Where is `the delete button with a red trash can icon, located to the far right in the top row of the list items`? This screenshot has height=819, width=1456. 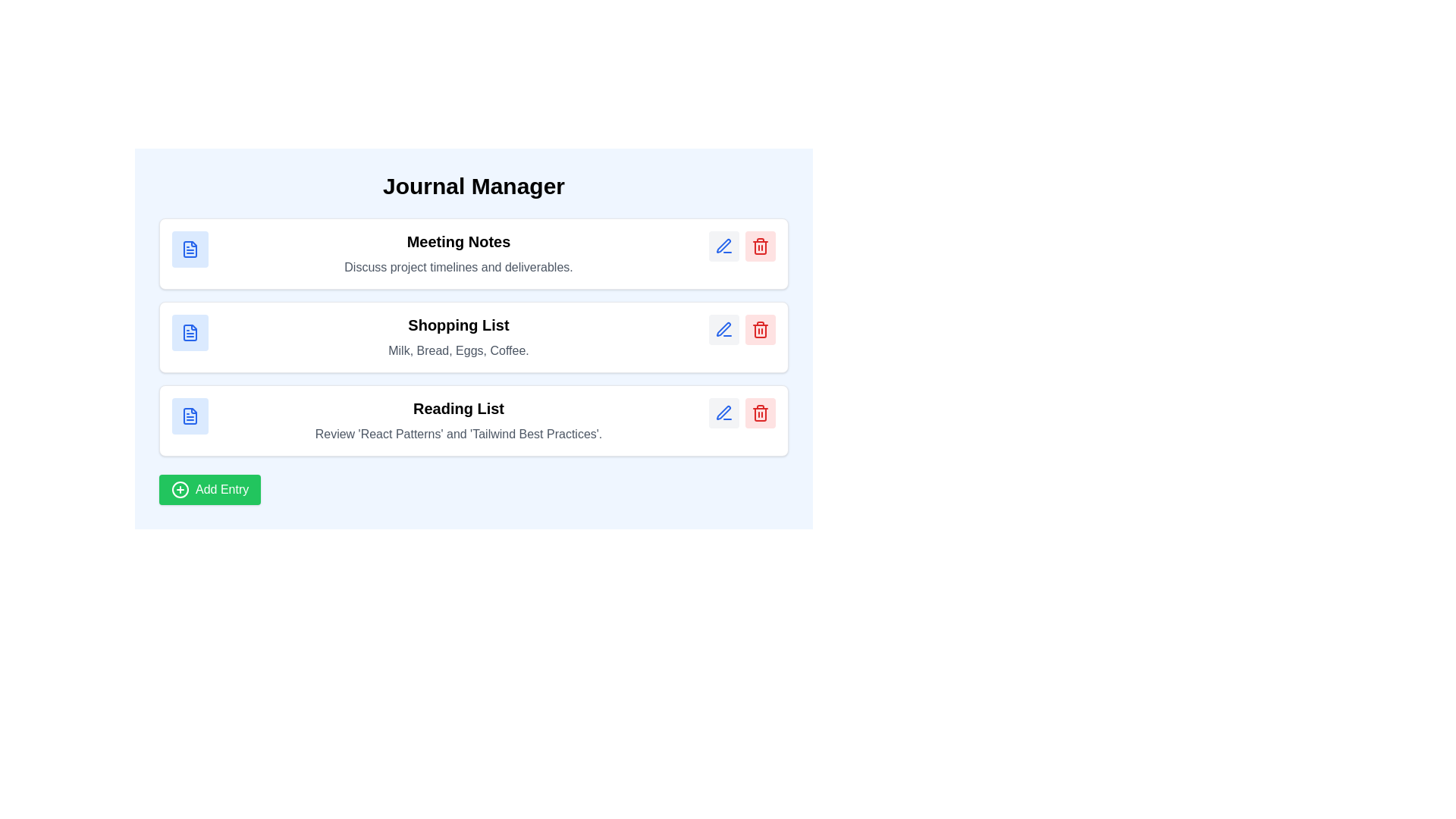
the delete button with a red trash can icon, located to the far right in the top row of the list items is located at coordinates (761, 245).